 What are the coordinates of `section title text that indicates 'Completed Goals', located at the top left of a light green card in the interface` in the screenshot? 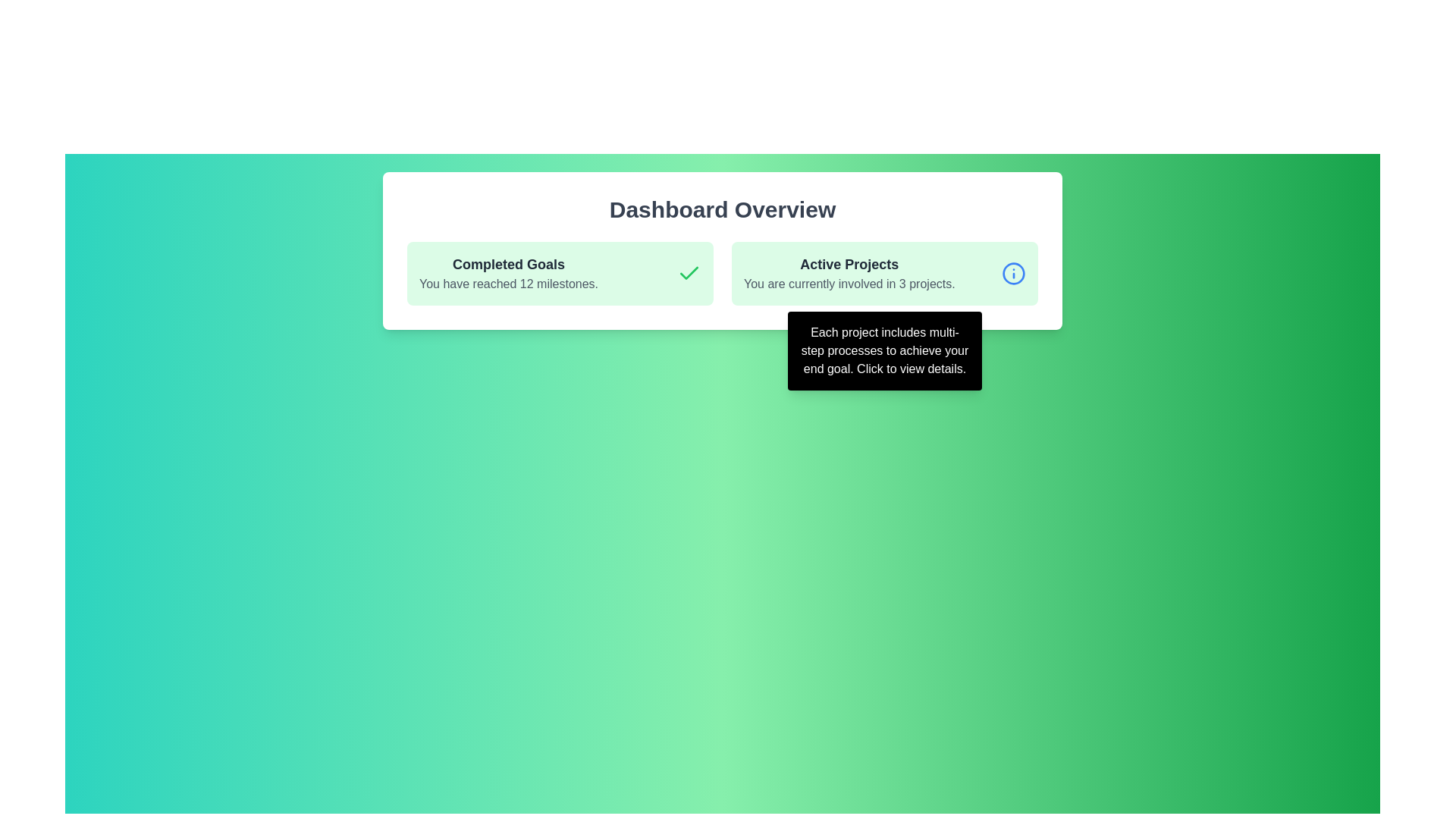 It's located at (509, 263).